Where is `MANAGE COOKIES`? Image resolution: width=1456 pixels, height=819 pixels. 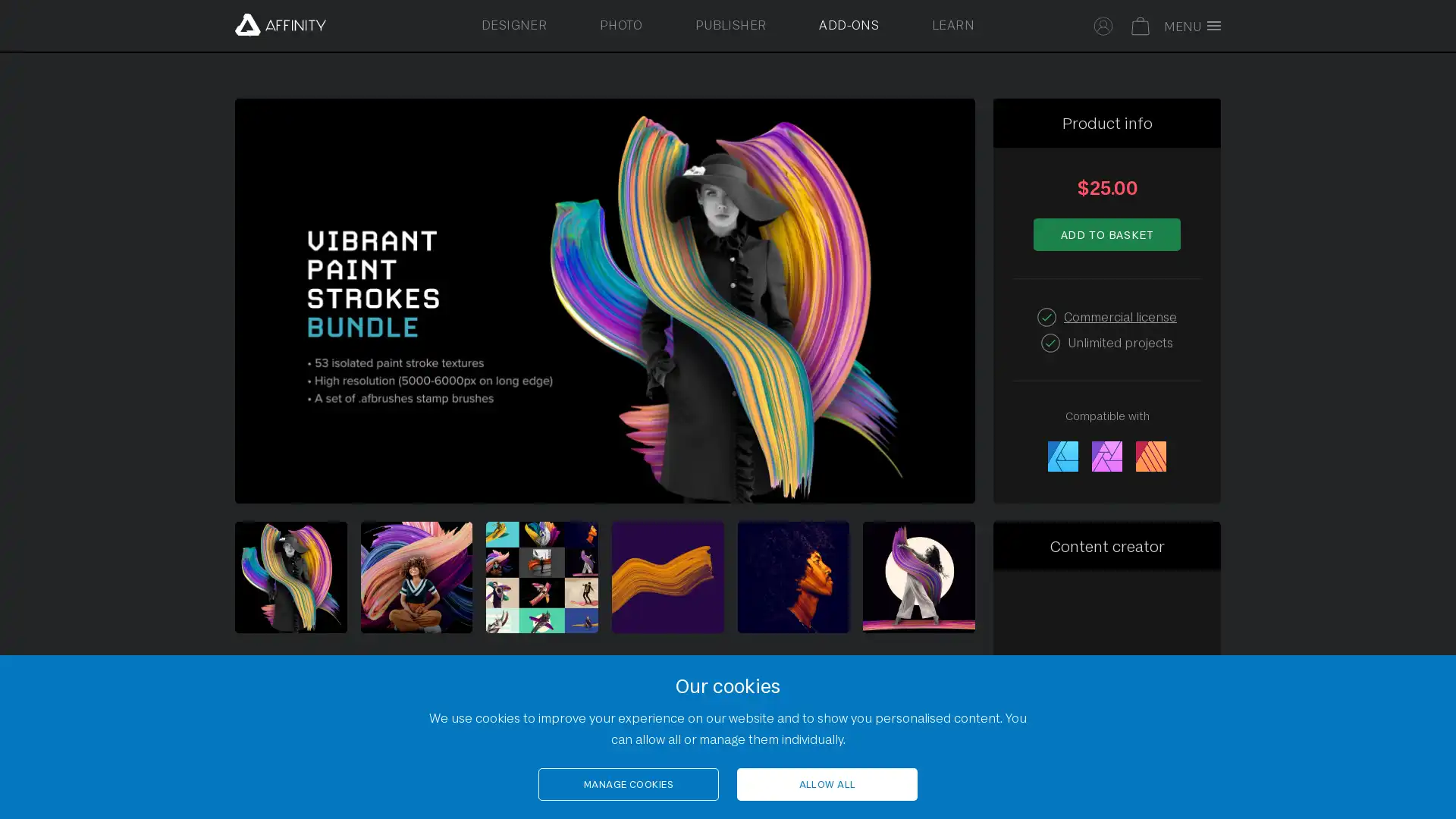 MANAGE COOKIES is located at coordinates (629, 784).